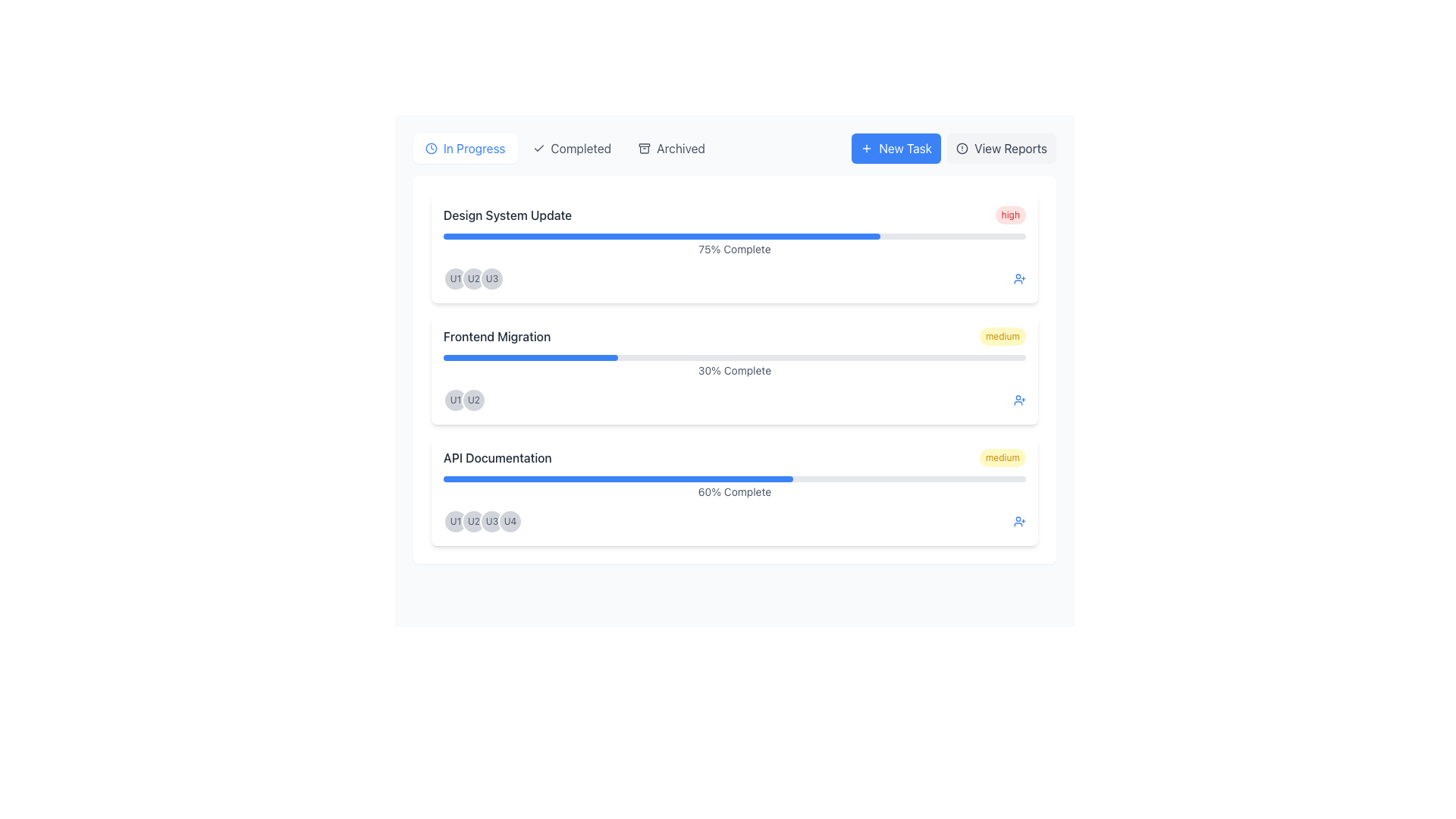  I want to click on the User profile badges consisting of two circular grey badges with text 'U1' and 'U2', located under the progress bar in the 'Frontend Migration' task section, so click(464, 400).